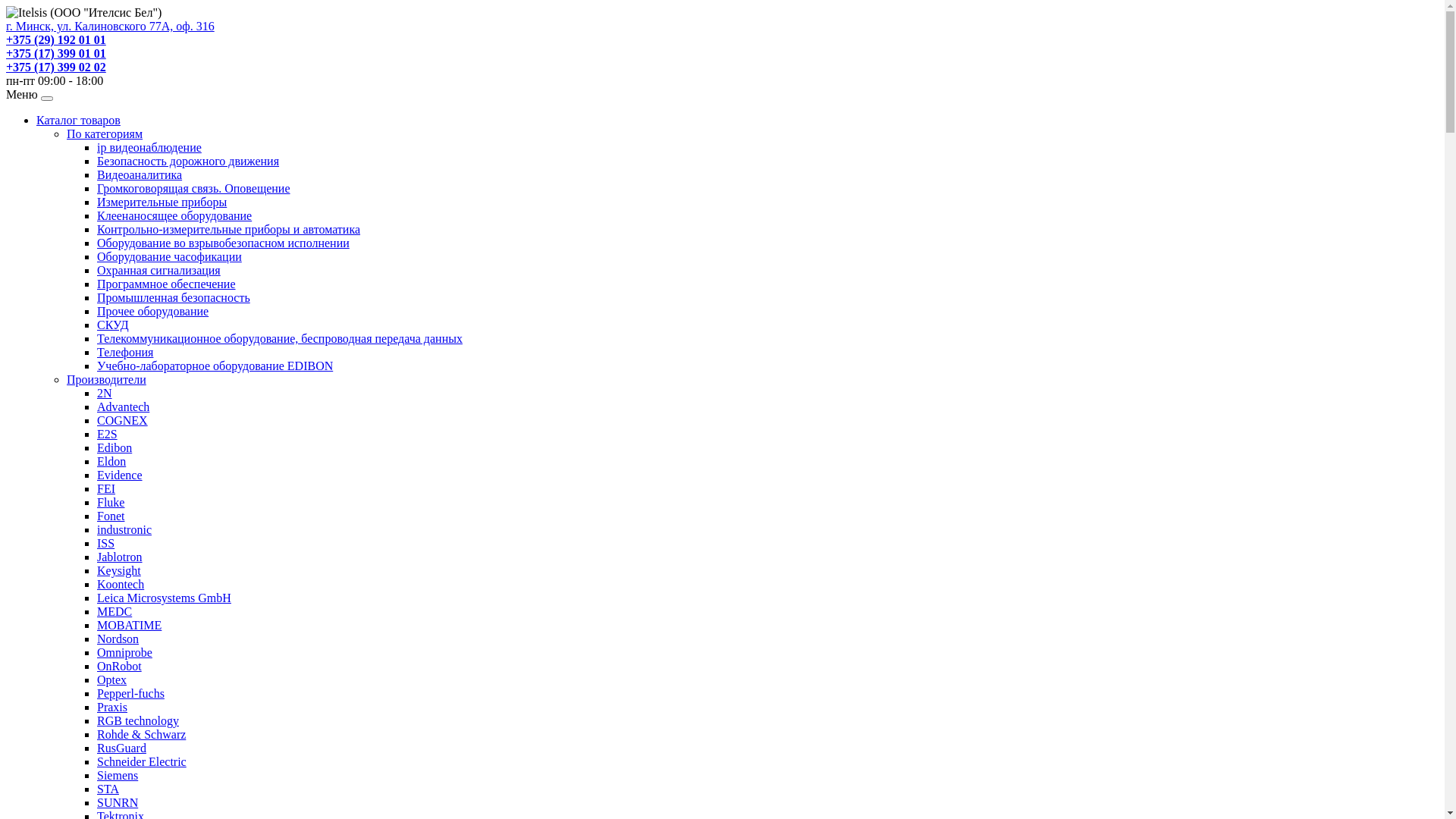 This screenshot has height=819, width=1456. I want to click on 'MEDC', so click(113, 610).